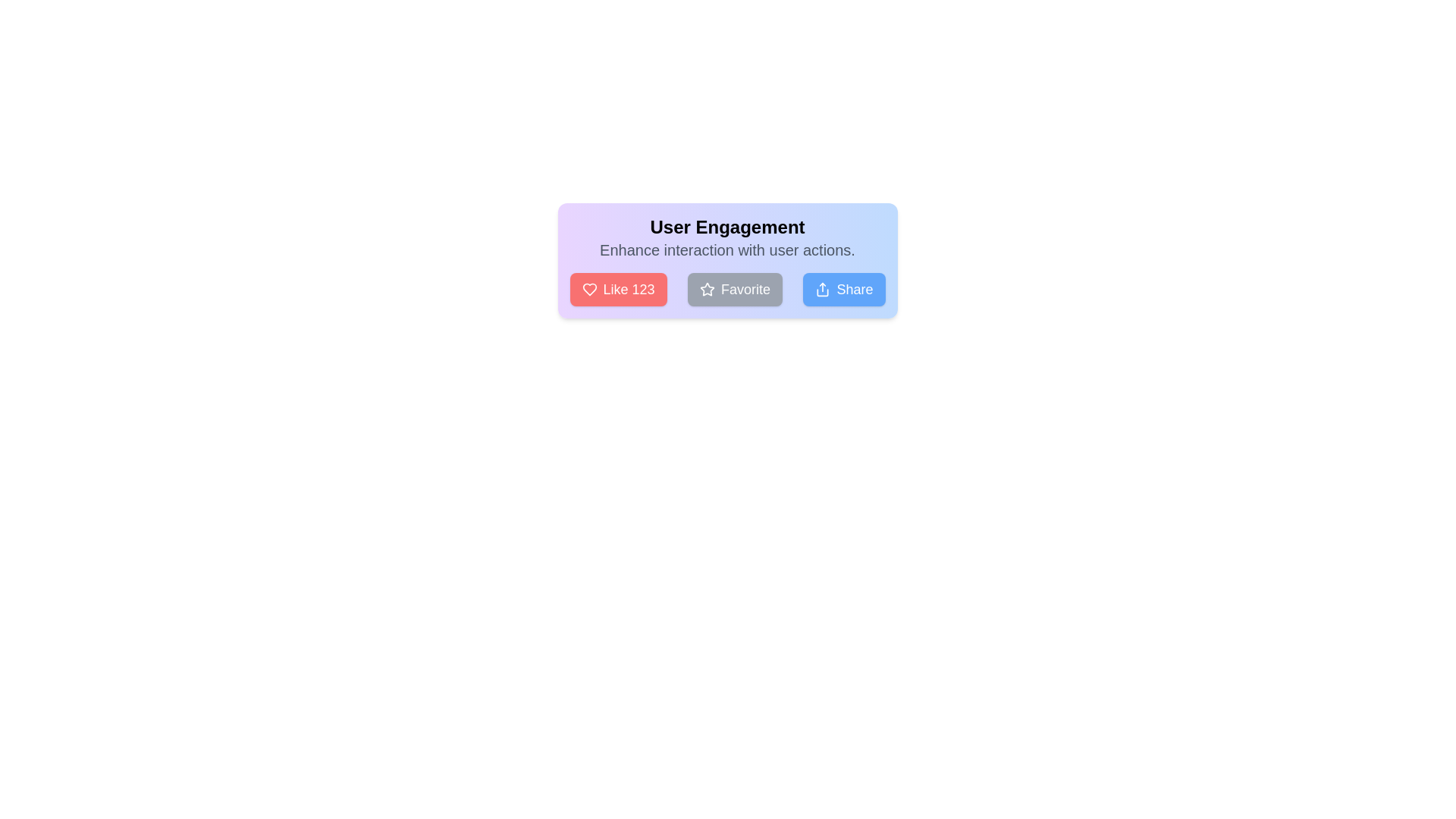 The width and height of the screenshot is (1456, 819). What do you see at coordinates (706, 289) in the screenshot?
I see `the 'favorite' icon located to the left of the 'Favorite' text, which is positioned between the 'Like 123' button and the 'Favorite' button` at bounding box center [706, 289].